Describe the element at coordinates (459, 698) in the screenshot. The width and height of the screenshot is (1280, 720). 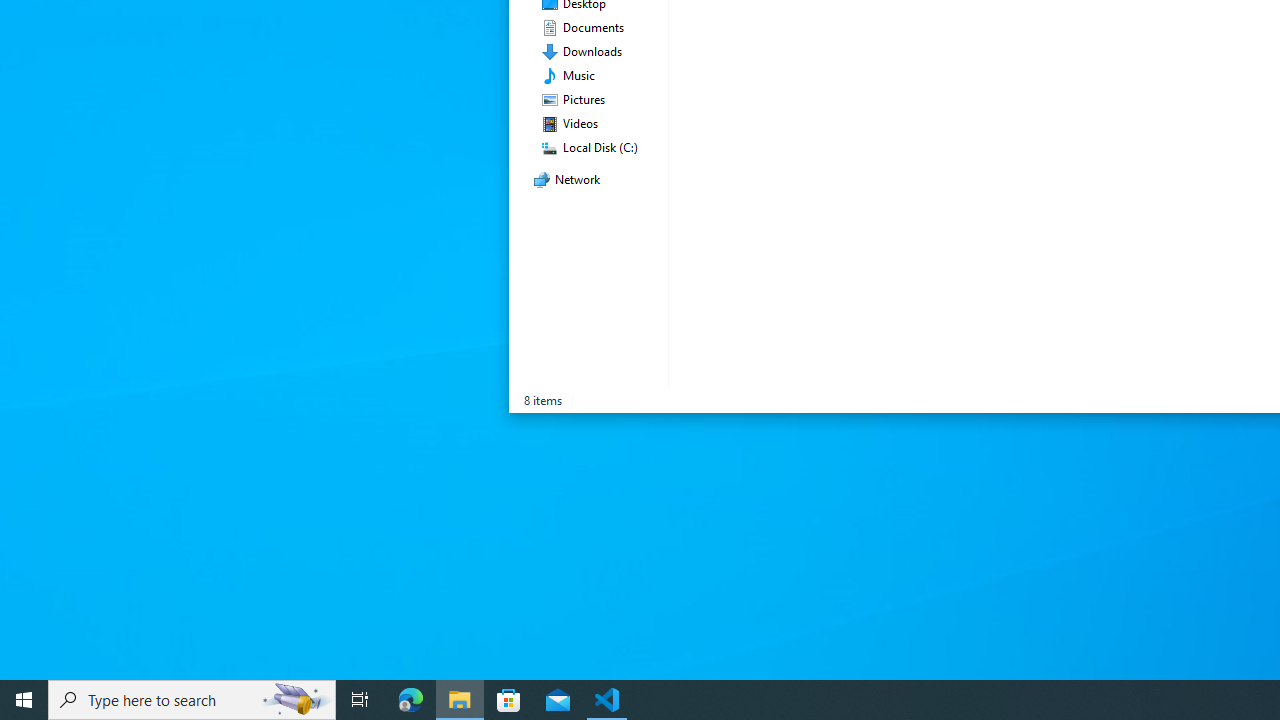
I see `'File Explorer - 1 running window'` at that location.